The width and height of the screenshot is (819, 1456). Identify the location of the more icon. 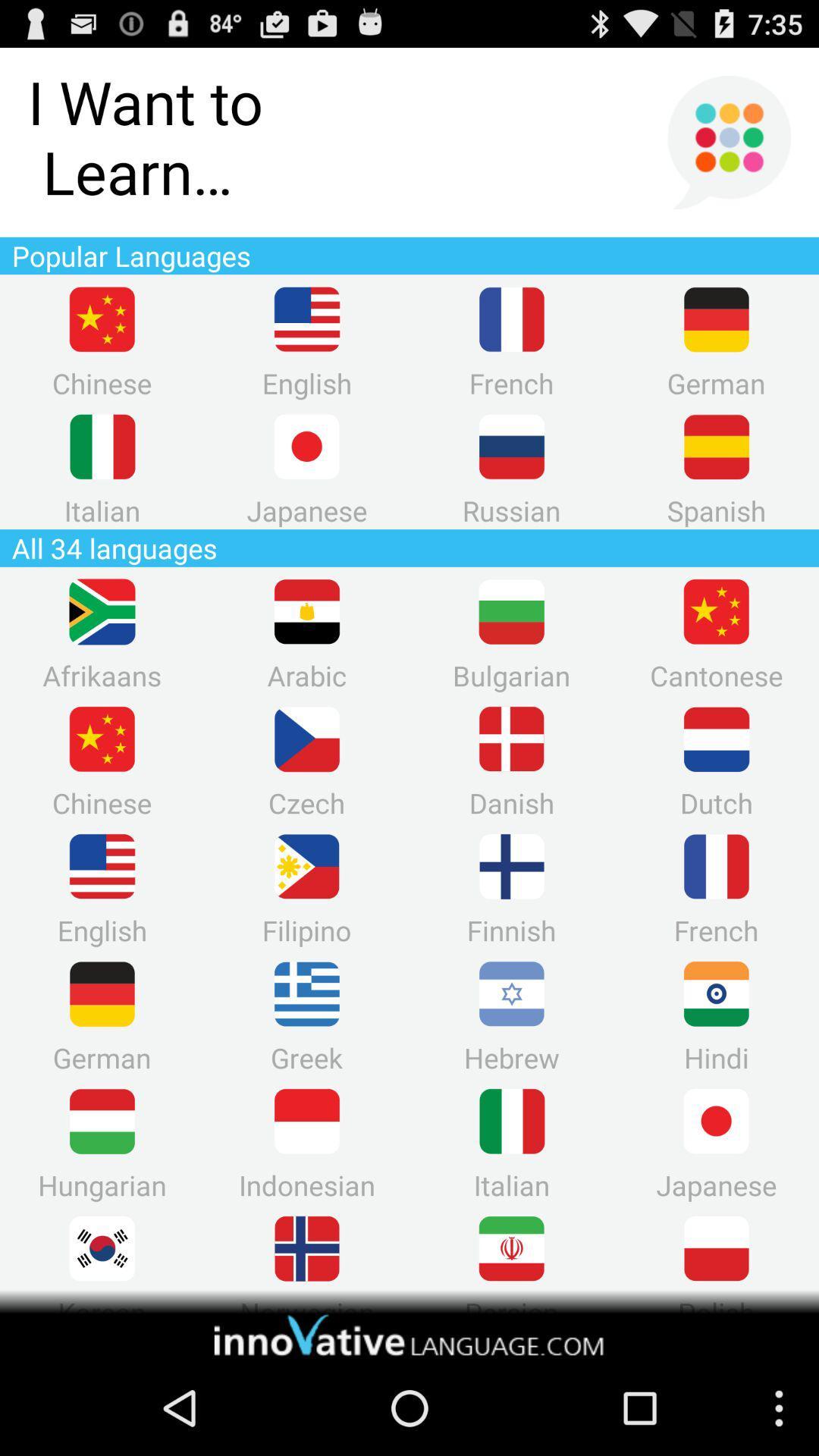
(307, 341).